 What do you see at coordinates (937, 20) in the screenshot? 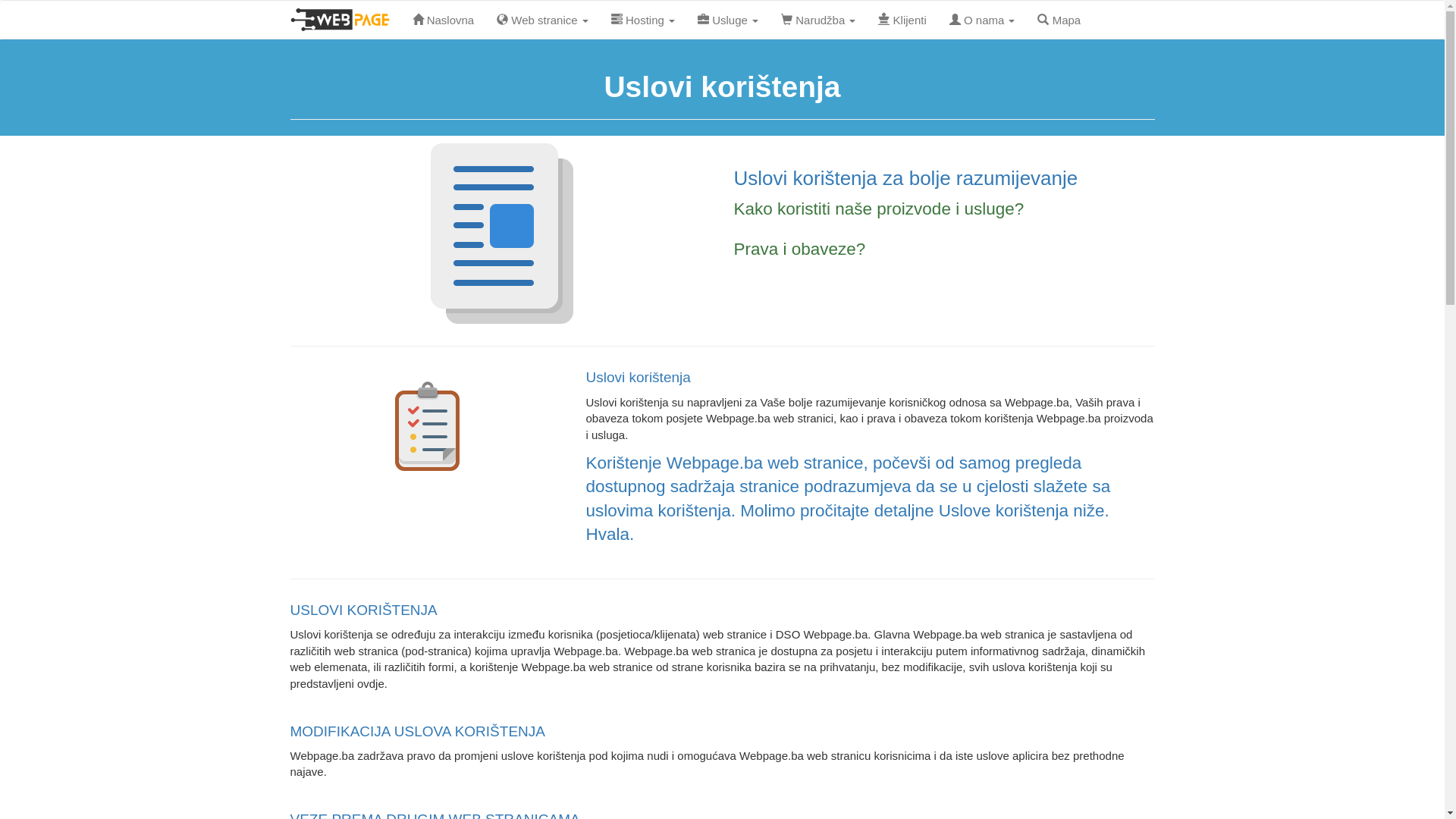
I see `'O nama'` at bounding box center [937, 20].